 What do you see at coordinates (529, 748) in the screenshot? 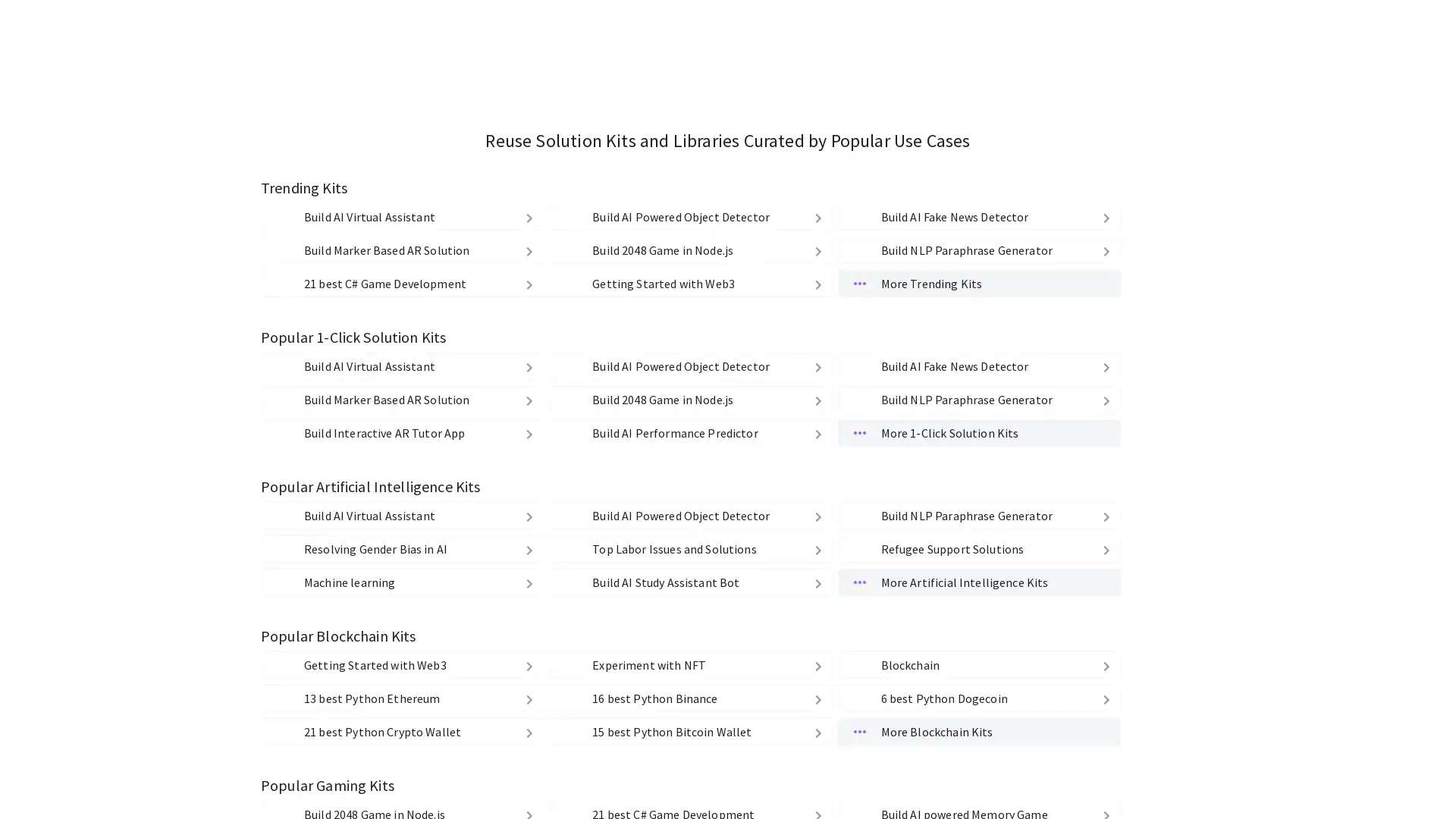
I see `delete` at bounding box center [529, 748].